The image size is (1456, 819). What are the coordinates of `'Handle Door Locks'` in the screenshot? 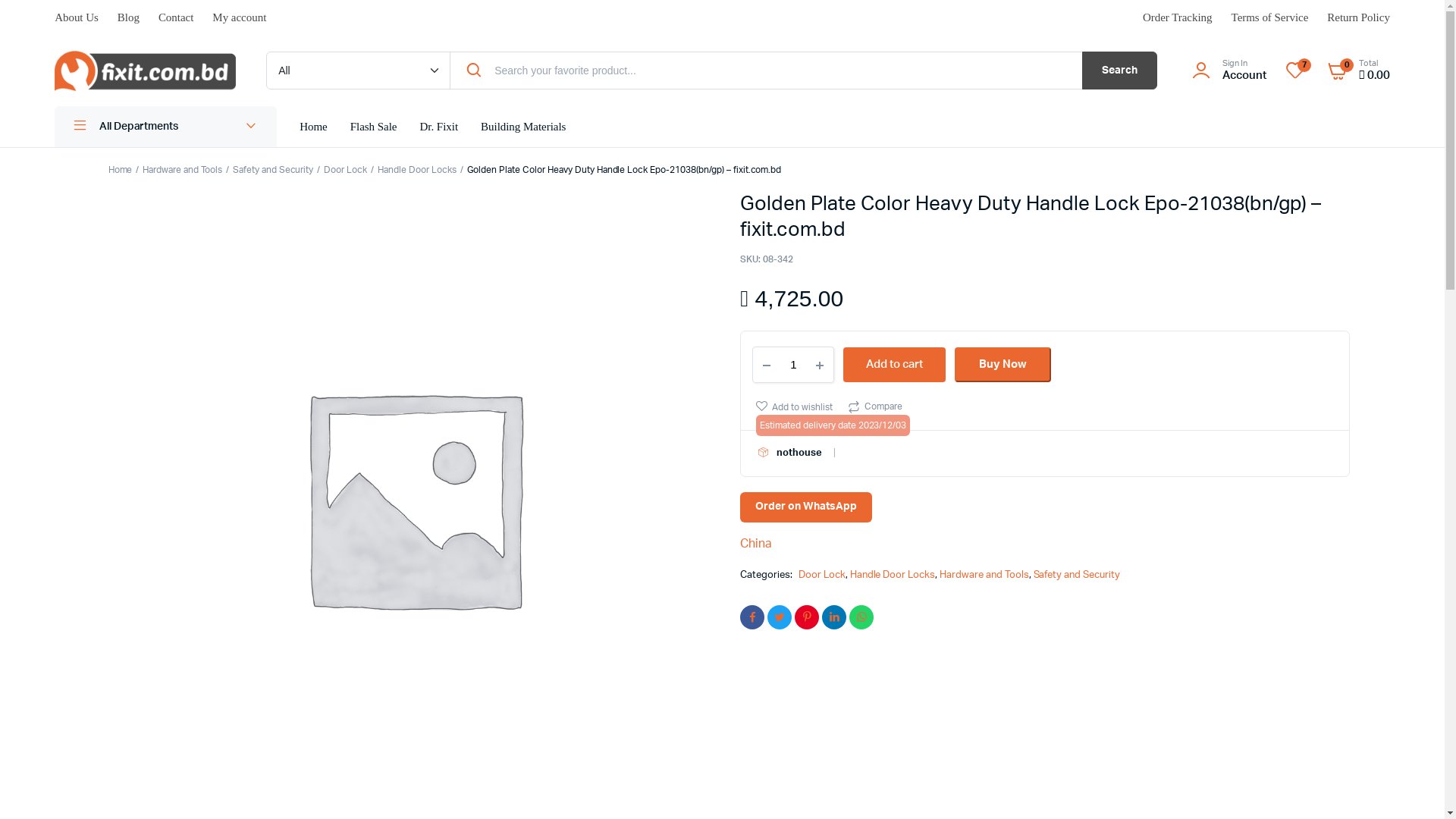 It's located at (893, 575).